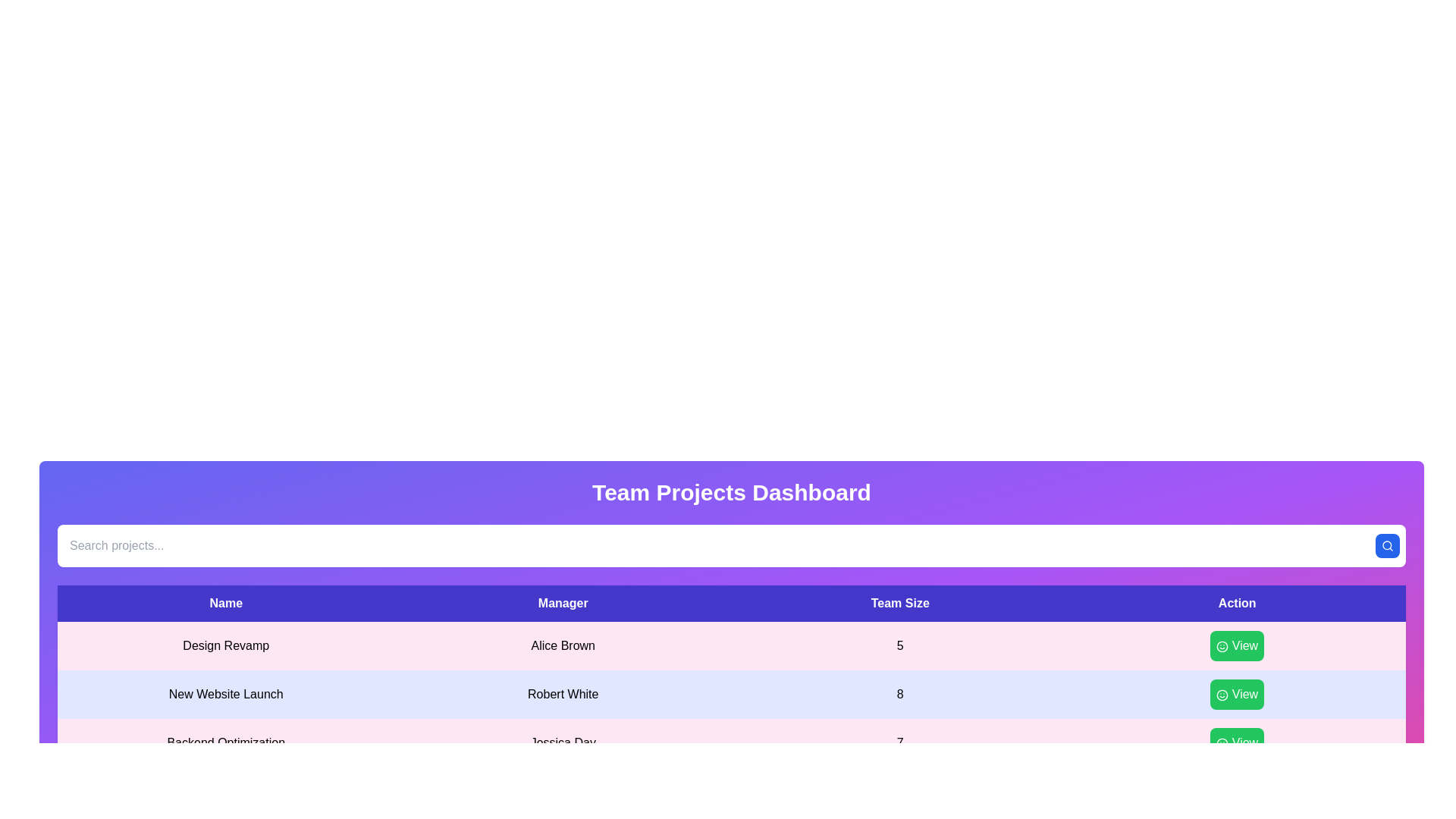 Image resolution: width=1456 pixels, height=819 pixels. What do you see at coordinates (1237, 602) in the screenshot?
I see `the 'Action' header label in the top-right section of the data table header row, which indicates the corresponding cells below will display action-related options or information` at bounding box center [1237, 602].